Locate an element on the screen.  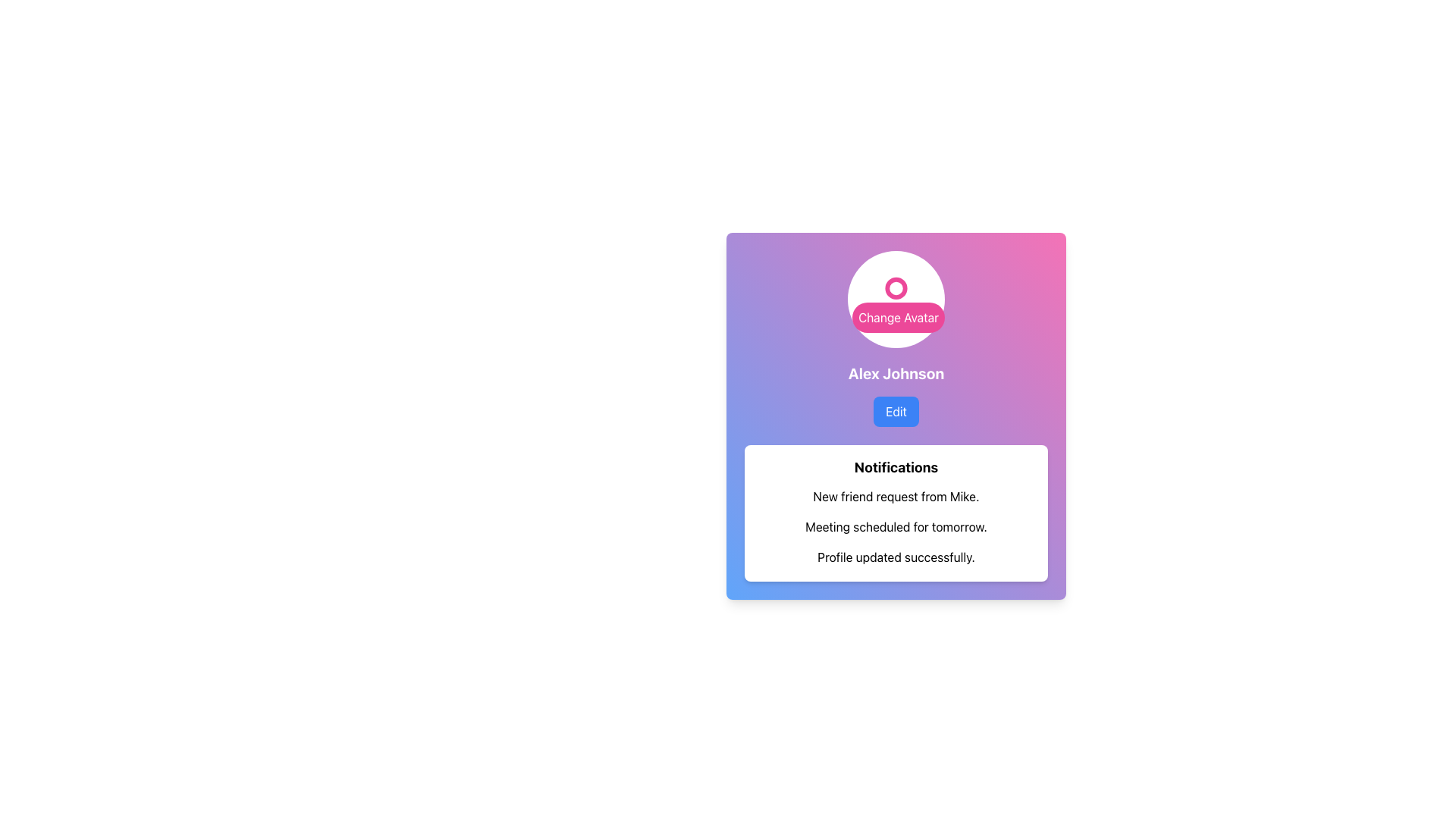
the Text Display element that contains the text 'New friend request from Mike.' which is the first entry in the notifications list is located at coordinates (896, 497).